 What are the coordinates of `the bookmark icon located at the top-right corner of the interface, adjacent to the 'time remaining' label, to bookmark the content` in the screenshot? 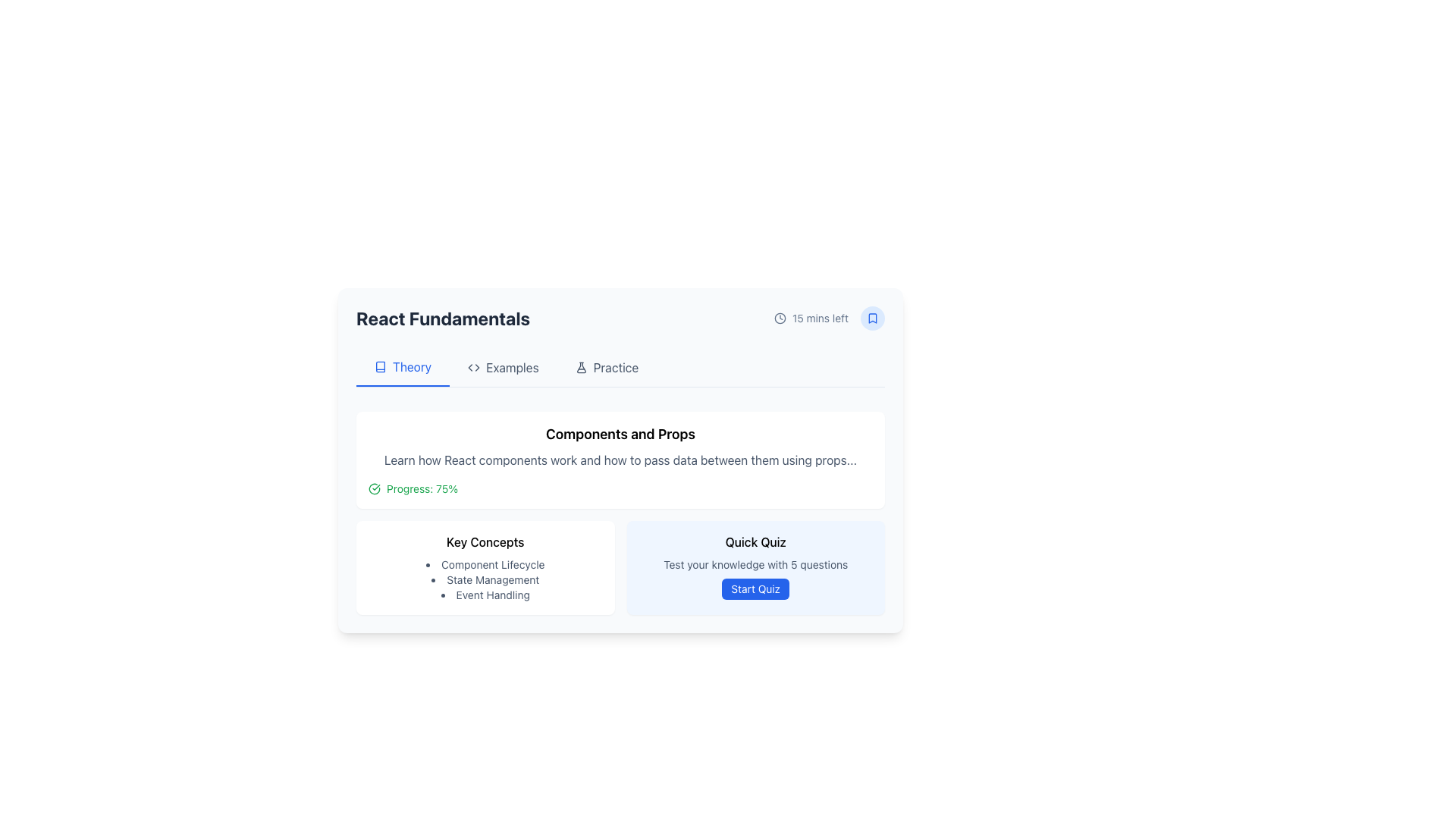 It's located at (873, 318).